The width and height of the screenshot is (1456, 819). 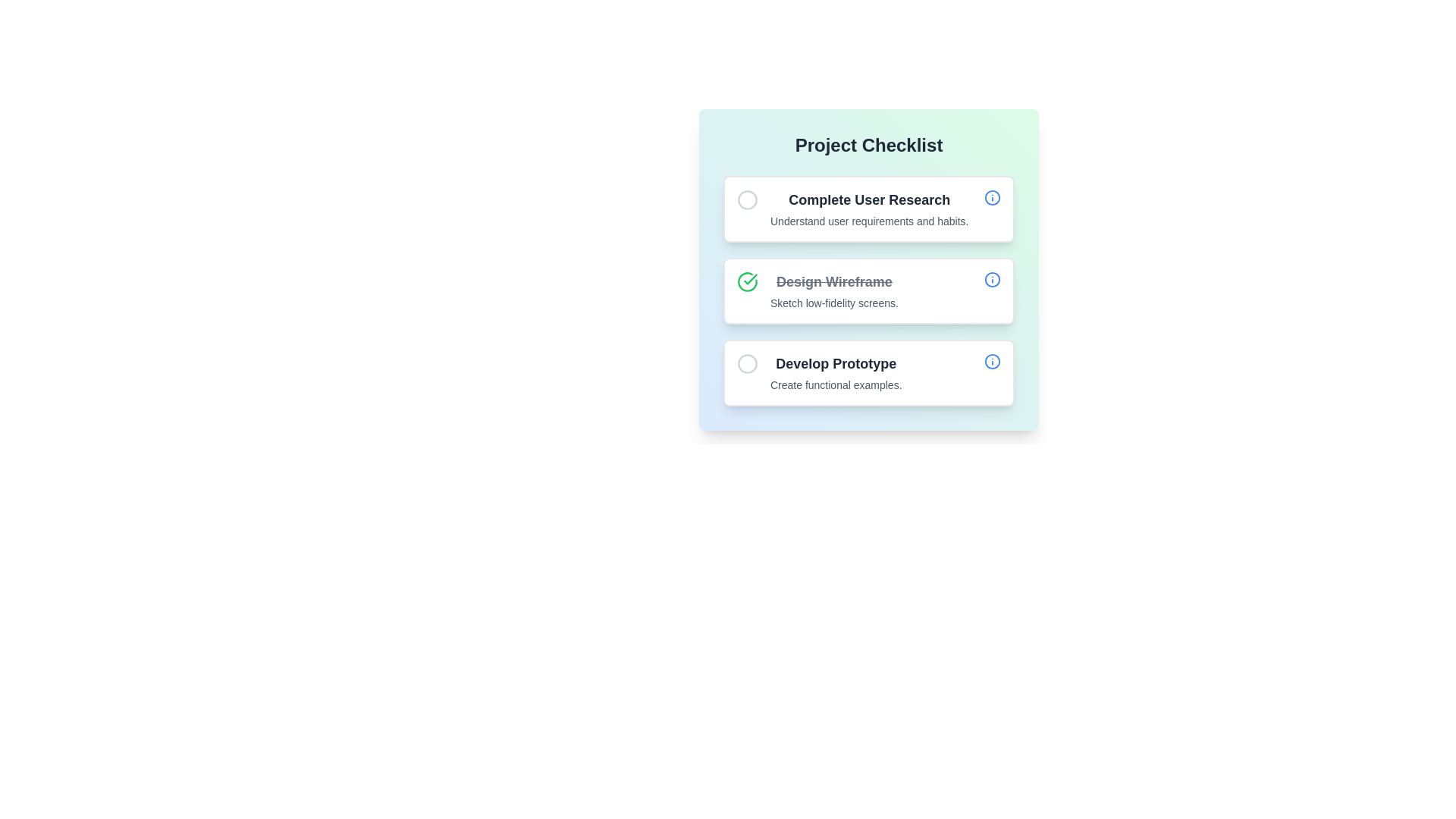 What do you see at coordinates (835, 384) in the screenshot?
I see `the Text label containing the text 'Create functional examples.' which is styled in small, gray-colored font and located below the header 'Develop Prototype' in the Project Checklist section` at bounding box center [835, 384].